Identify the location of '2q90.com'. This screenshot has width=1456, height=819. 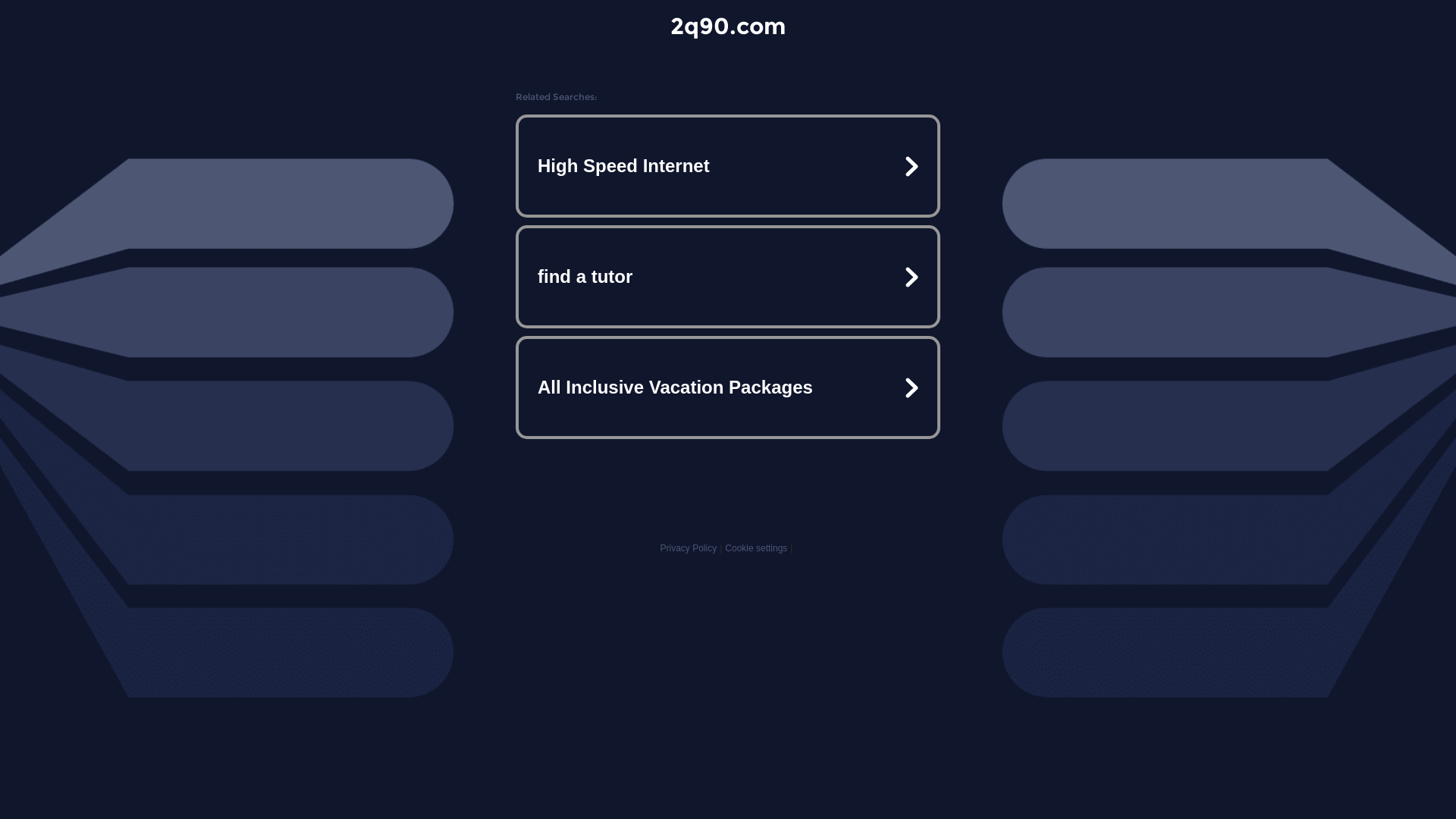
(669, 26).